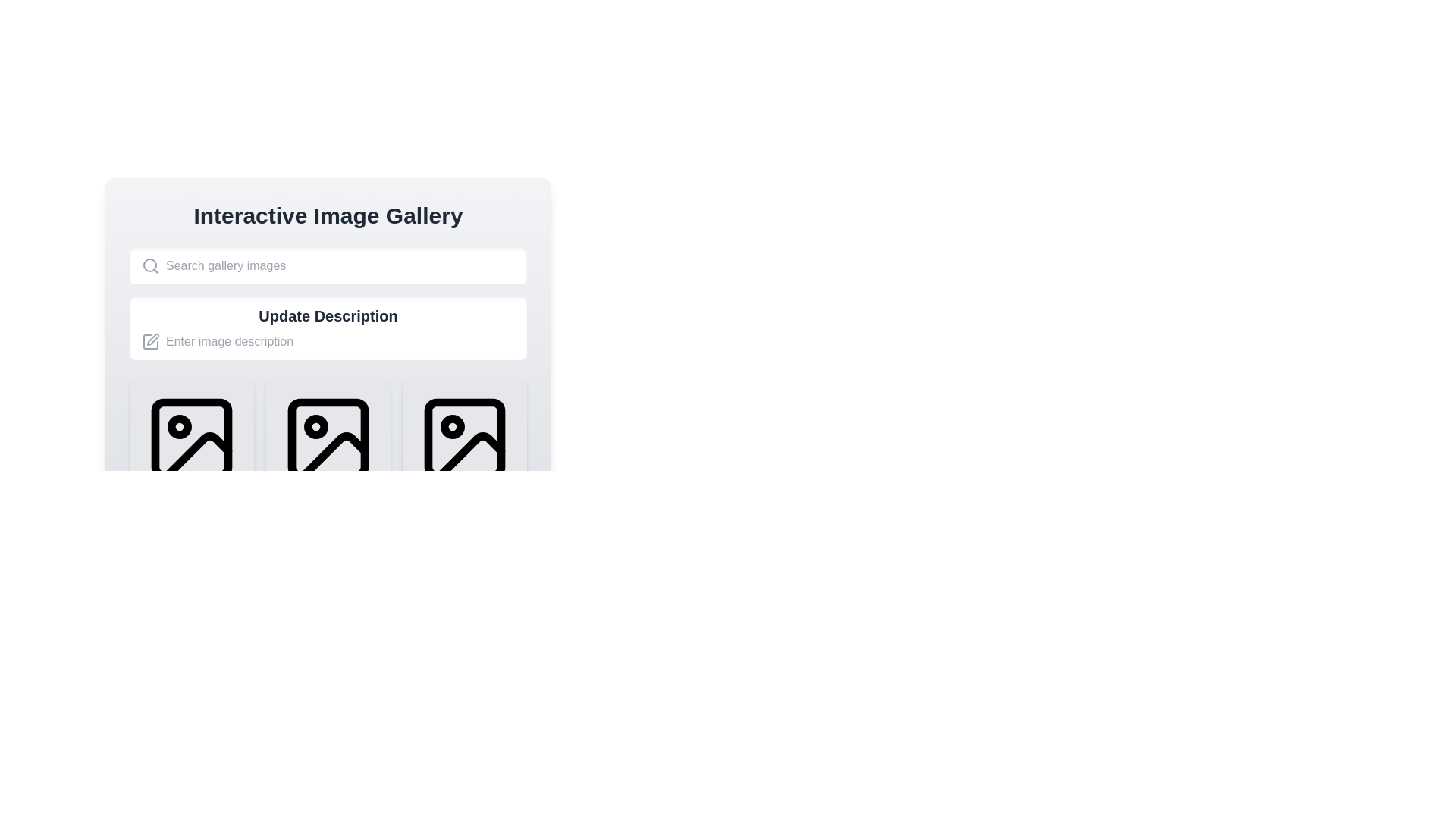 This screenshot has width=1456, height=819. What do you see at coordinates (191, 438) in the screenshot?
I see `the decorative icon (SVG) representing an image in the 'Image 1' card located at the top-left corner of the grid` at bounding box center [191, 438].